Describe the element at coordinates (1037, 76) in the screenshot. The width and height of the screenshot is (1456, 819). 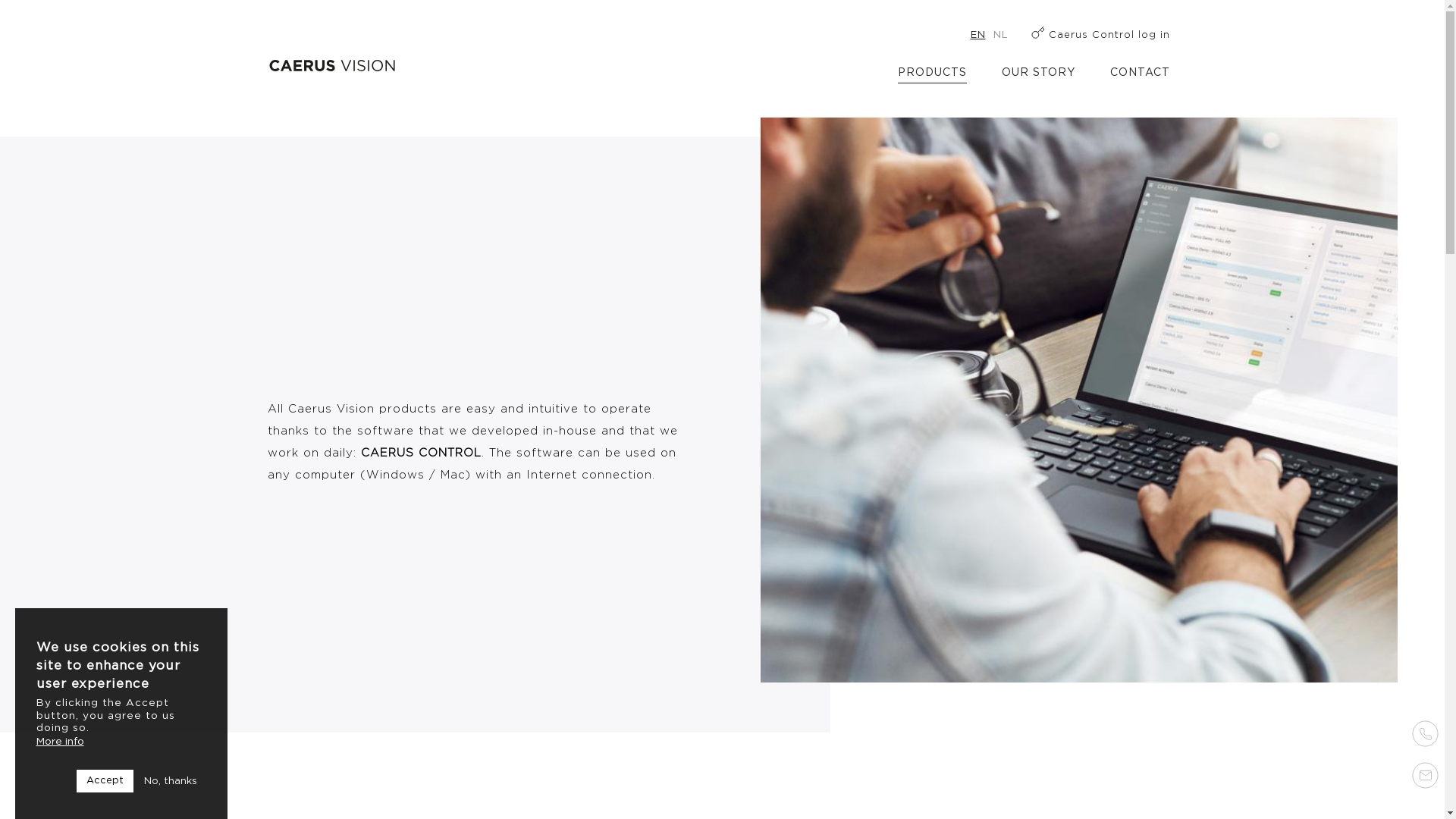
I see `'OUR STORY'` at that location.